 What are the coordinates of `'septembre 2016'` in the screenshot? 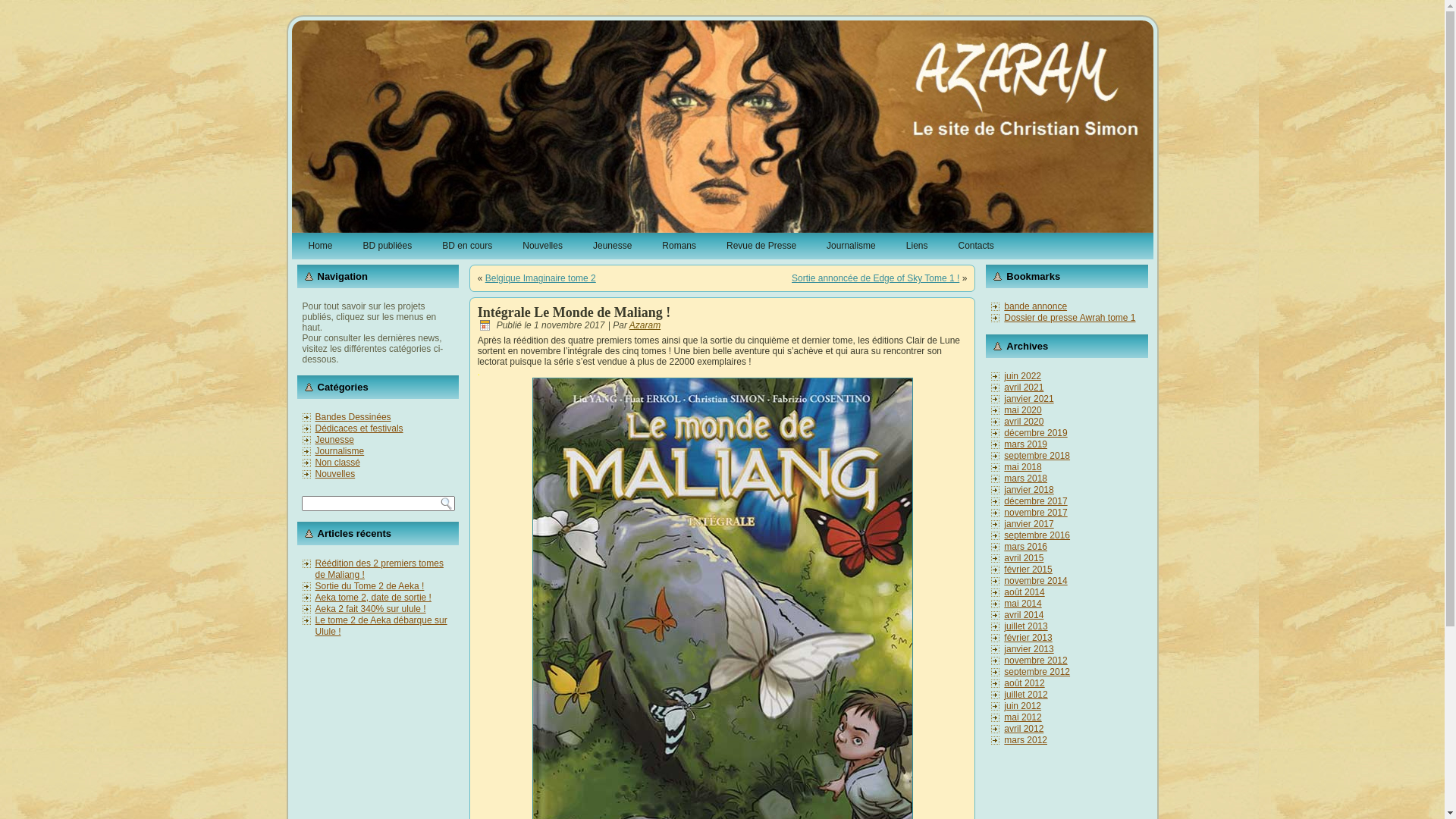 It's located at (1004, 534).